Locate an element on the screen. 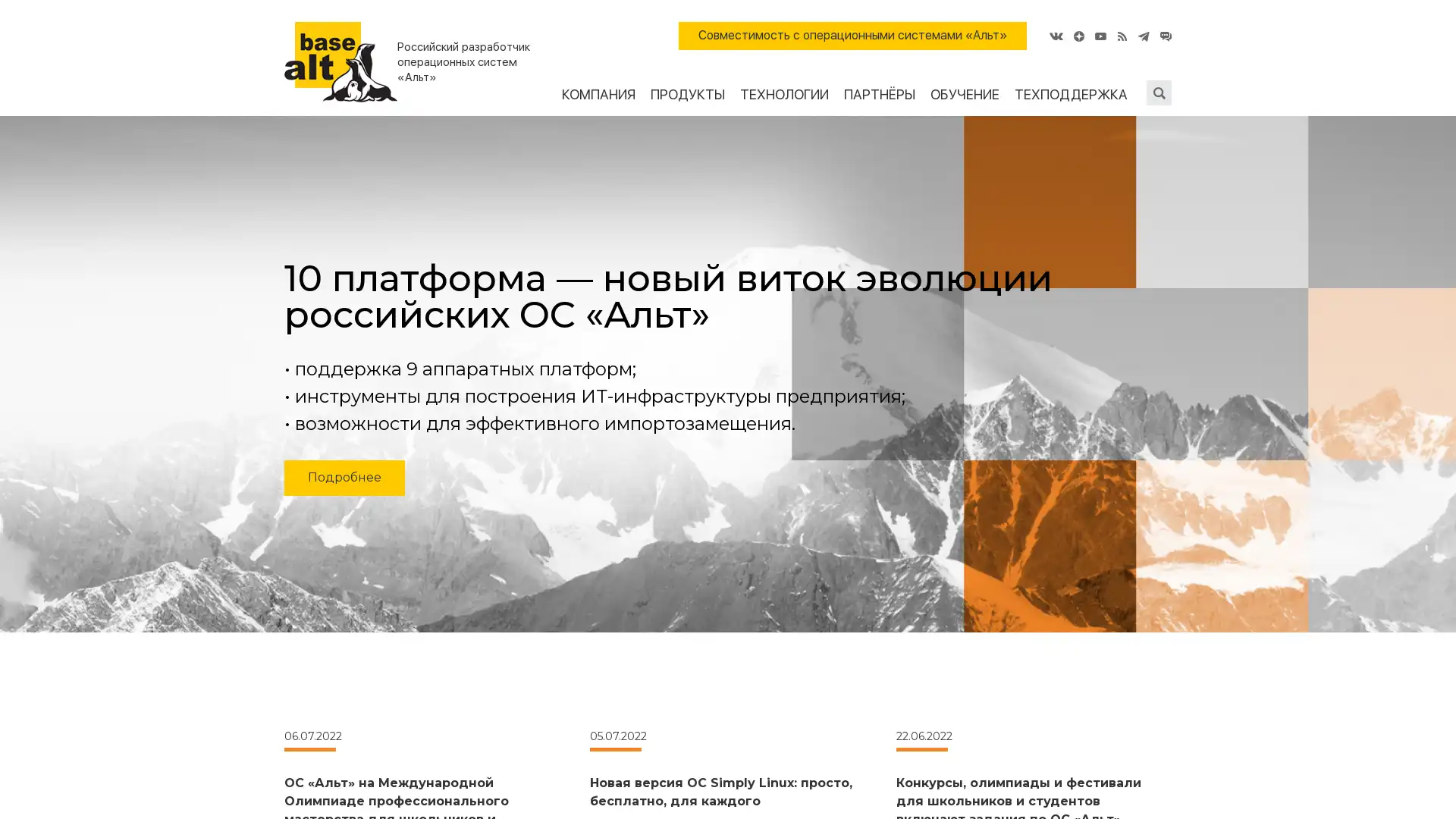  Submit is located at coordinates (1158, 93).